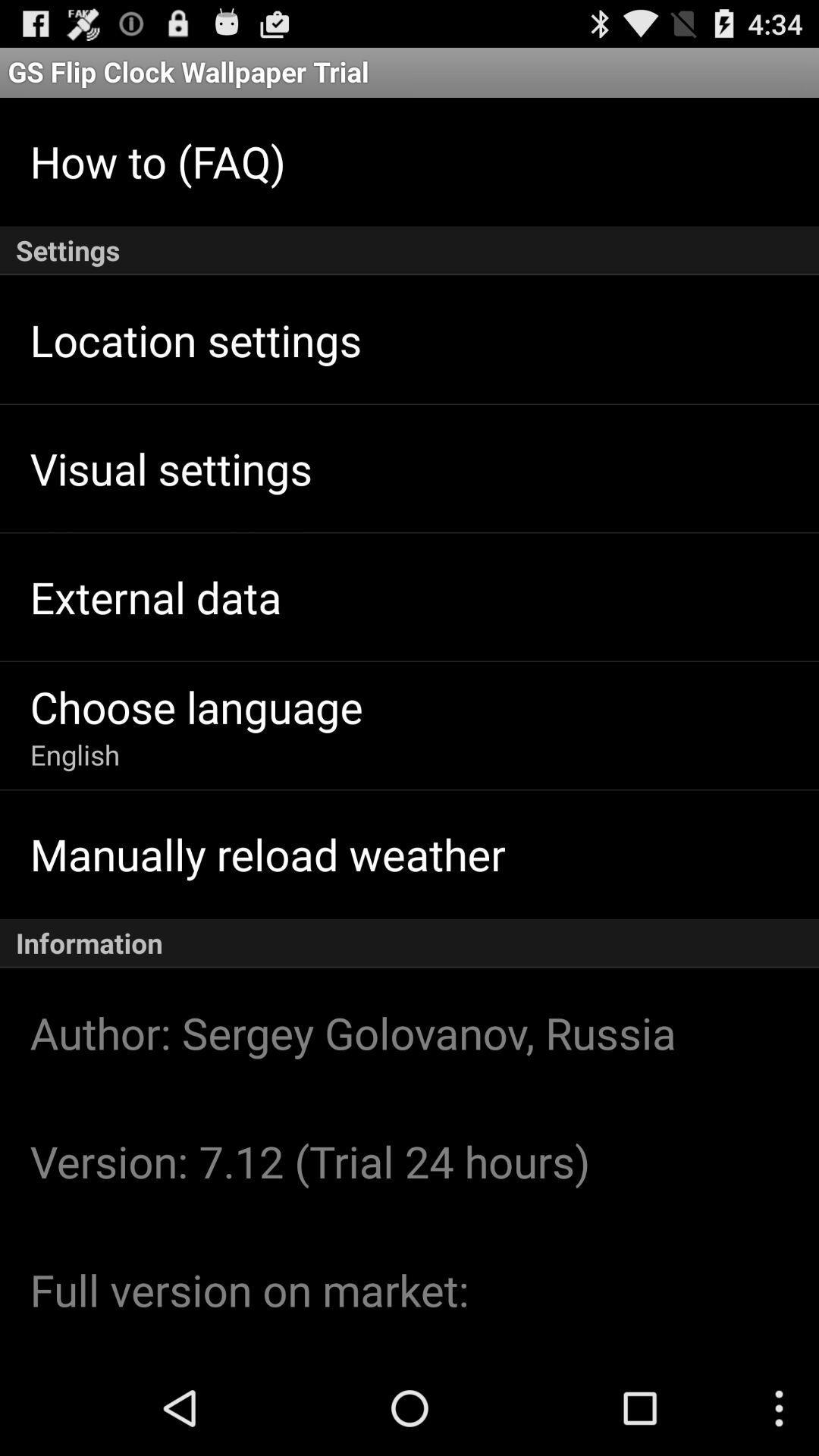 This screenshot has height=1456, width=819. Describe the element at coordinates (158, 161) in the screenshot. I see `the item below gs flip clock item` at that location.